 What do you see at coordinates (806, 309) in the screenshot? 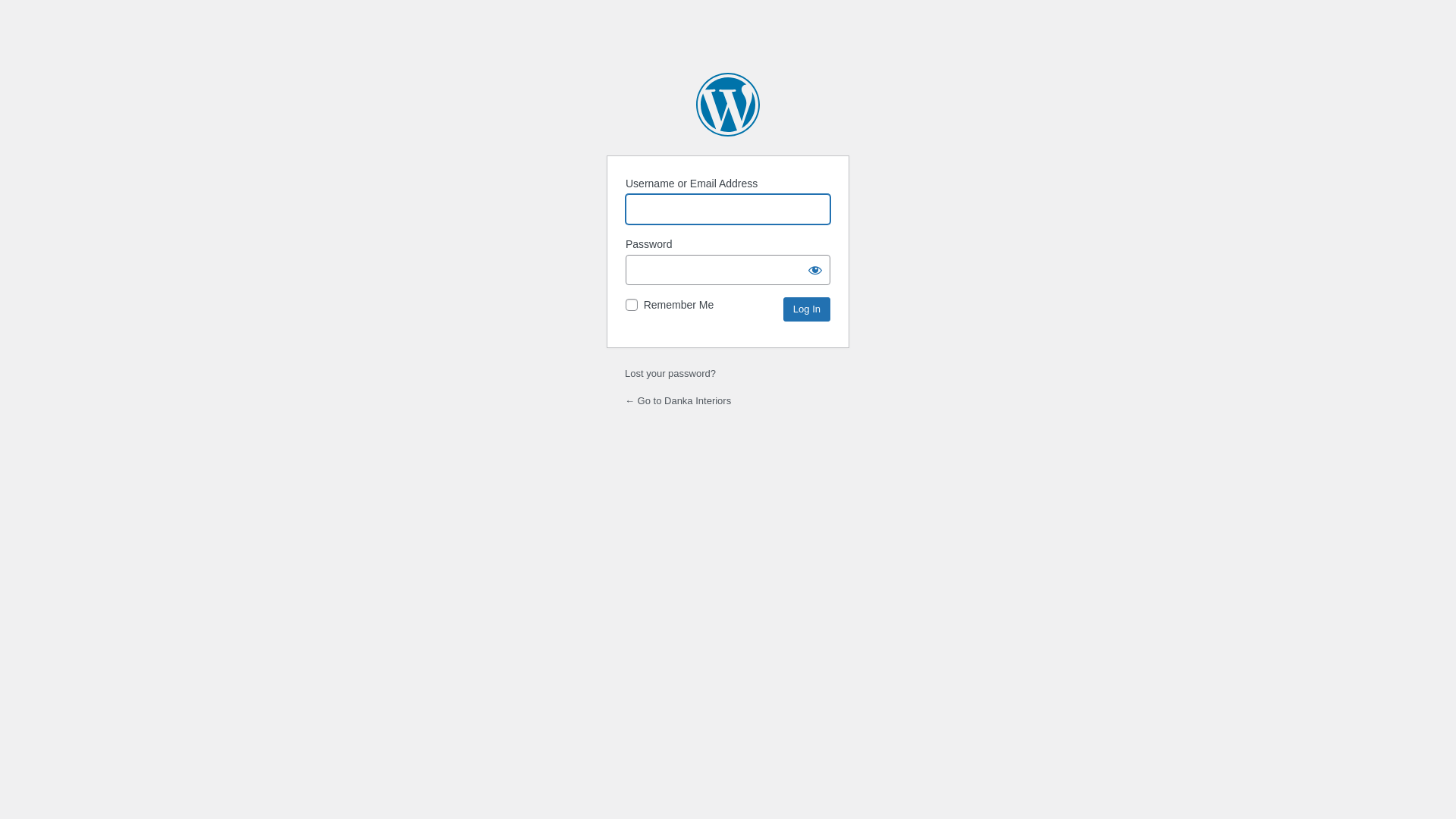
I see `'Log In'` at bounding box center [806, 309].